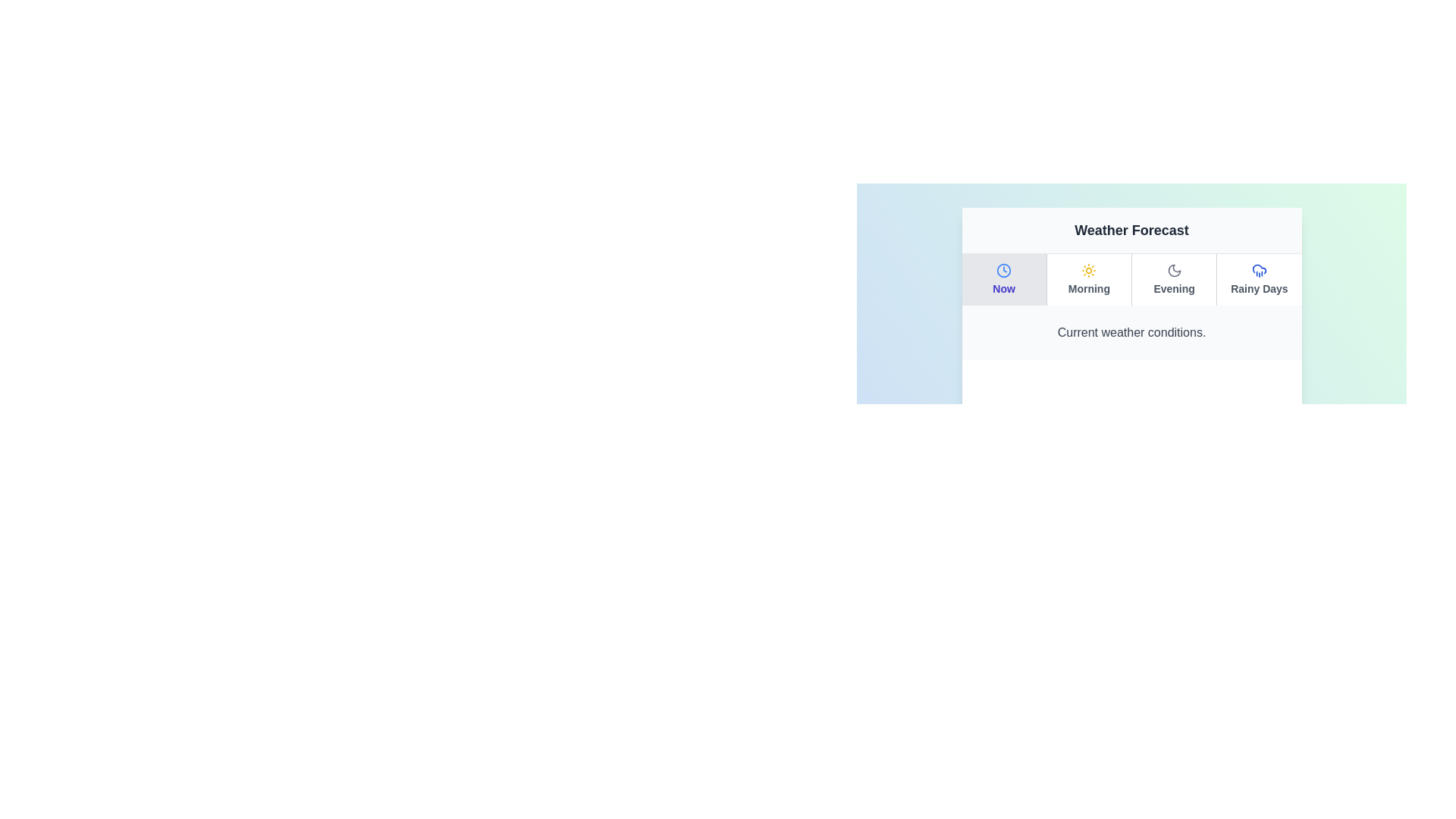 The height and width of the screenshot is (819, 1456). What do you see at coordinates (1259, 280) in the screenshot?
I see `the 'Rainy Days' icon with text, which features a blue cloud-and-rain icon and the text styled in a clean sans-serif font, located in the fourth position of the weather conditions navigation bar` at bounding box center [1259, 280].